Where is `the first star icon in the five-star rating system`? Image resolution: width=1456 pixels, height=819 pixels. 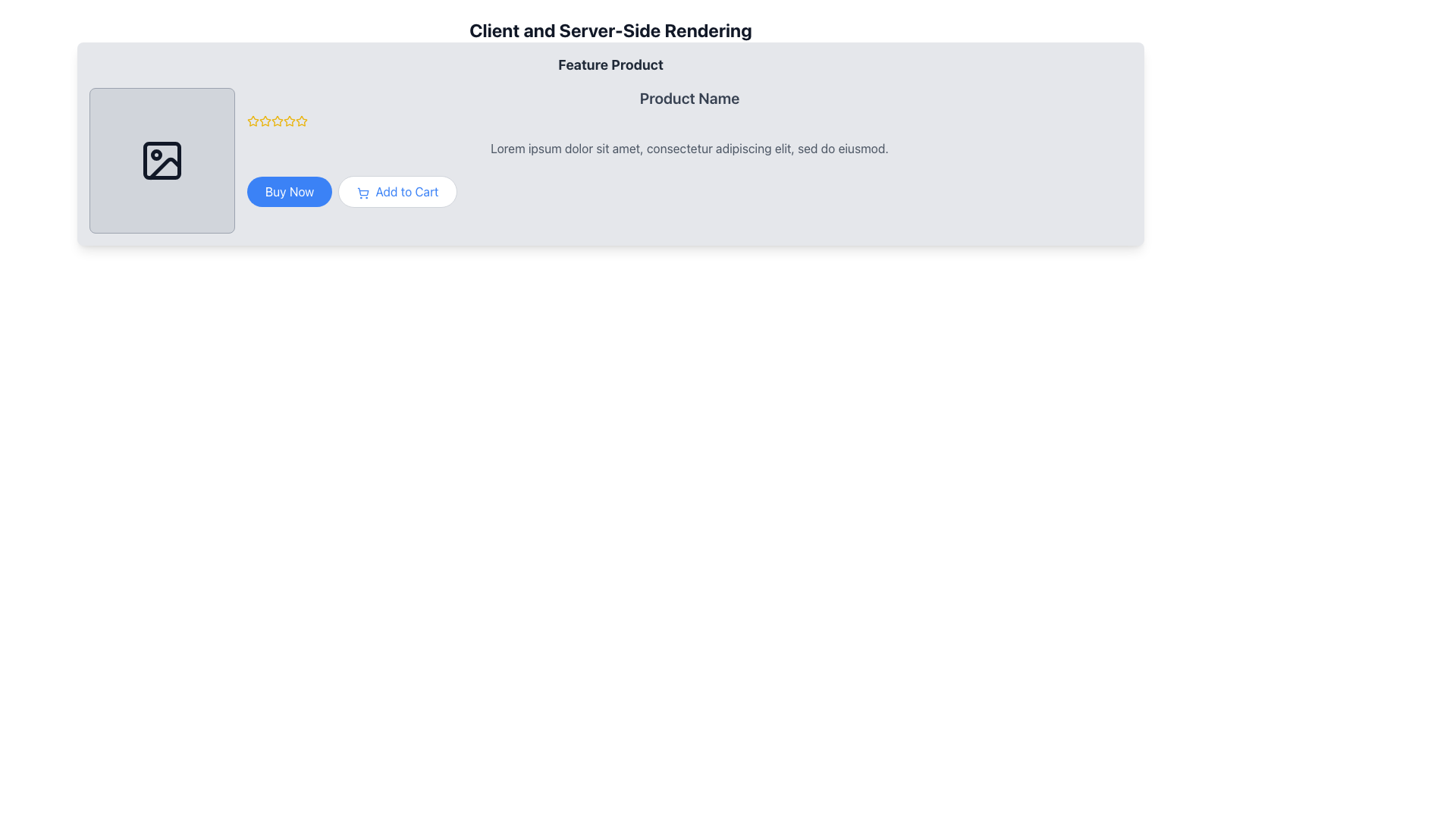
the first star icon in the five-star rating system is located at coordinates (265, 120).